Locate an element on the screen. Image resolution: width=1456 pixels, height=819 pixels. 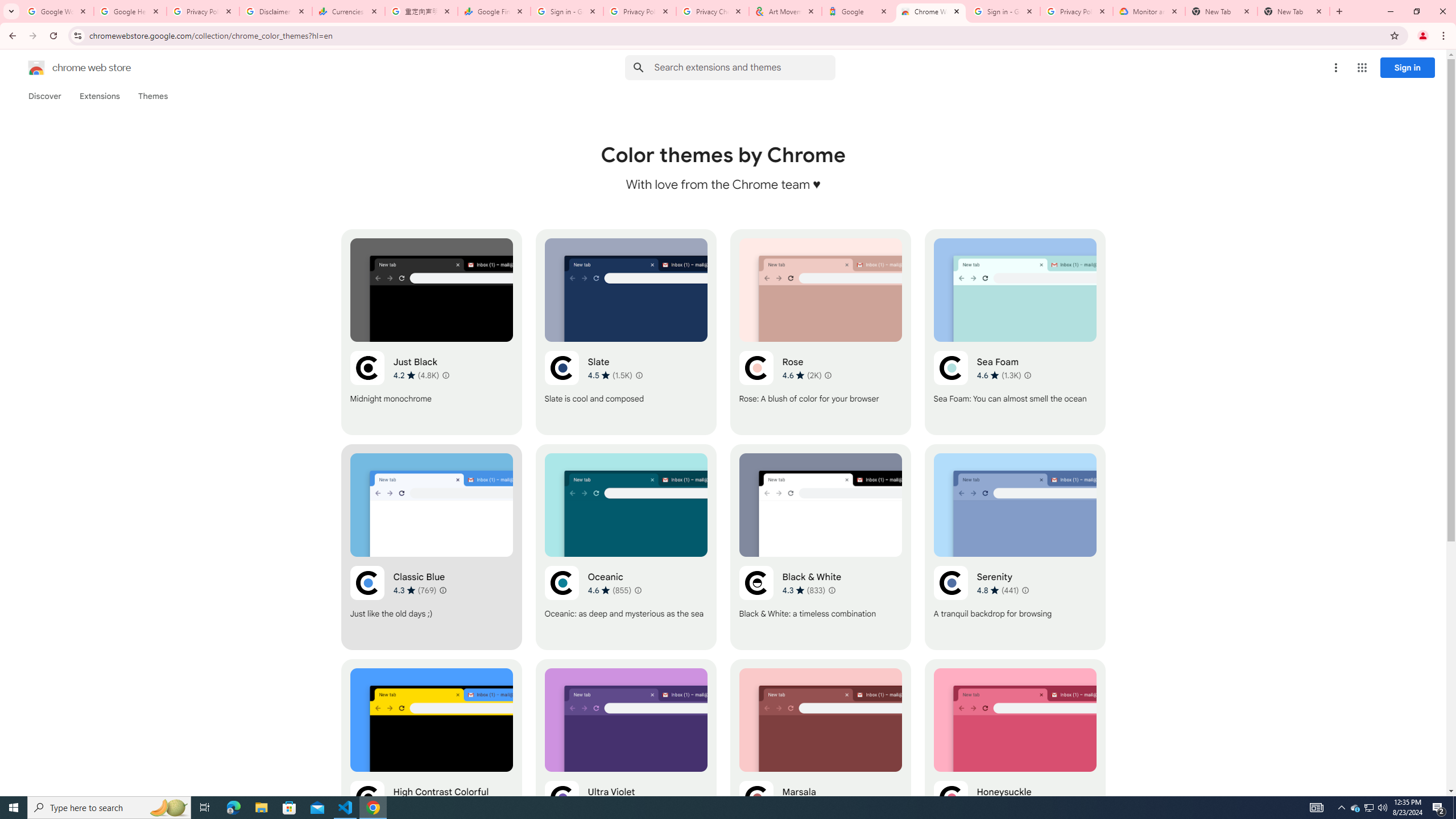
'Sign in' is located at coordinates (1407, 67).